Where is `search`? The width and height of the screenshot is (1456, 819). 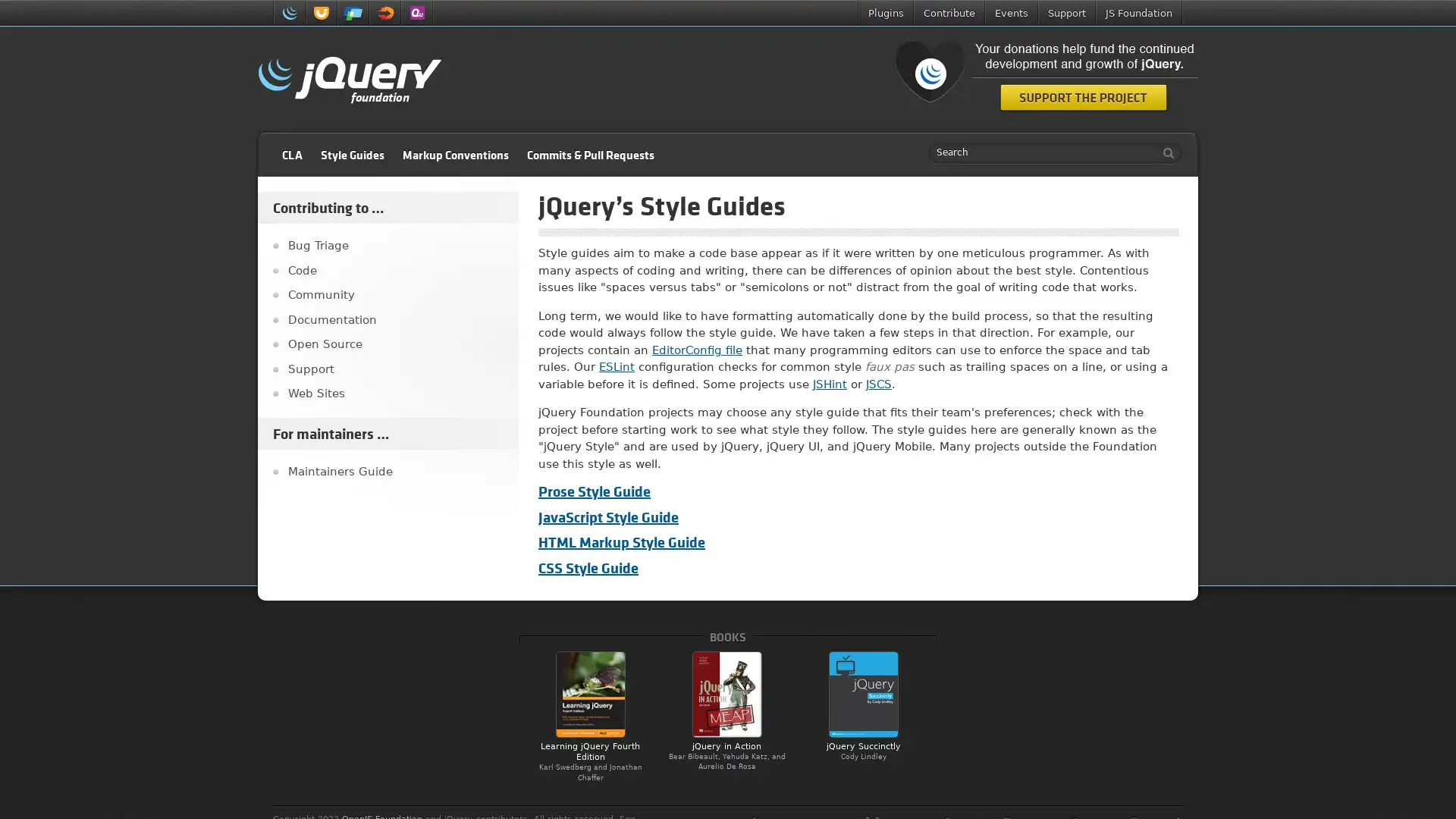
search is located at coordinates (1164, 152).